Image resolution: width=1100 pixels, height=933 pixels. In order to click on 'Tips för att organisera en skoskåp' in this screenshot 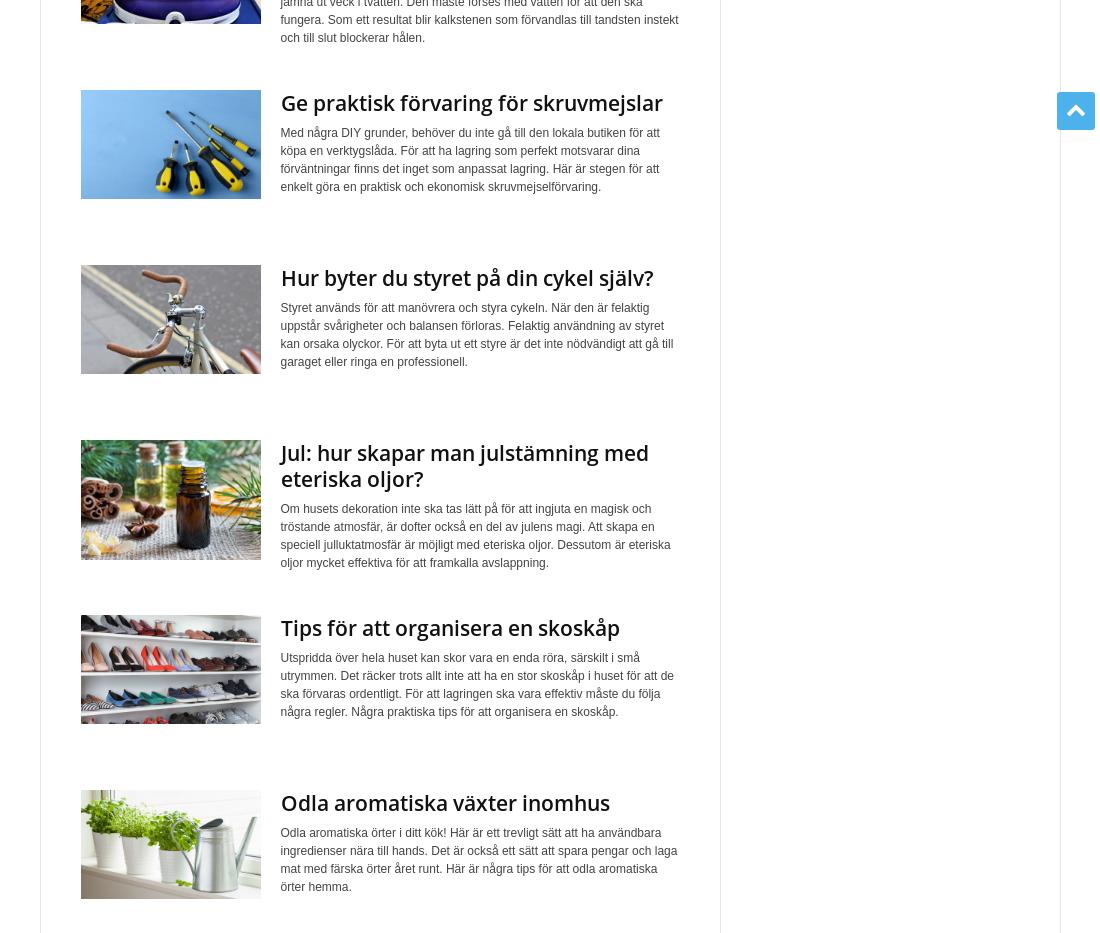, I will do `click(448, 627)`.